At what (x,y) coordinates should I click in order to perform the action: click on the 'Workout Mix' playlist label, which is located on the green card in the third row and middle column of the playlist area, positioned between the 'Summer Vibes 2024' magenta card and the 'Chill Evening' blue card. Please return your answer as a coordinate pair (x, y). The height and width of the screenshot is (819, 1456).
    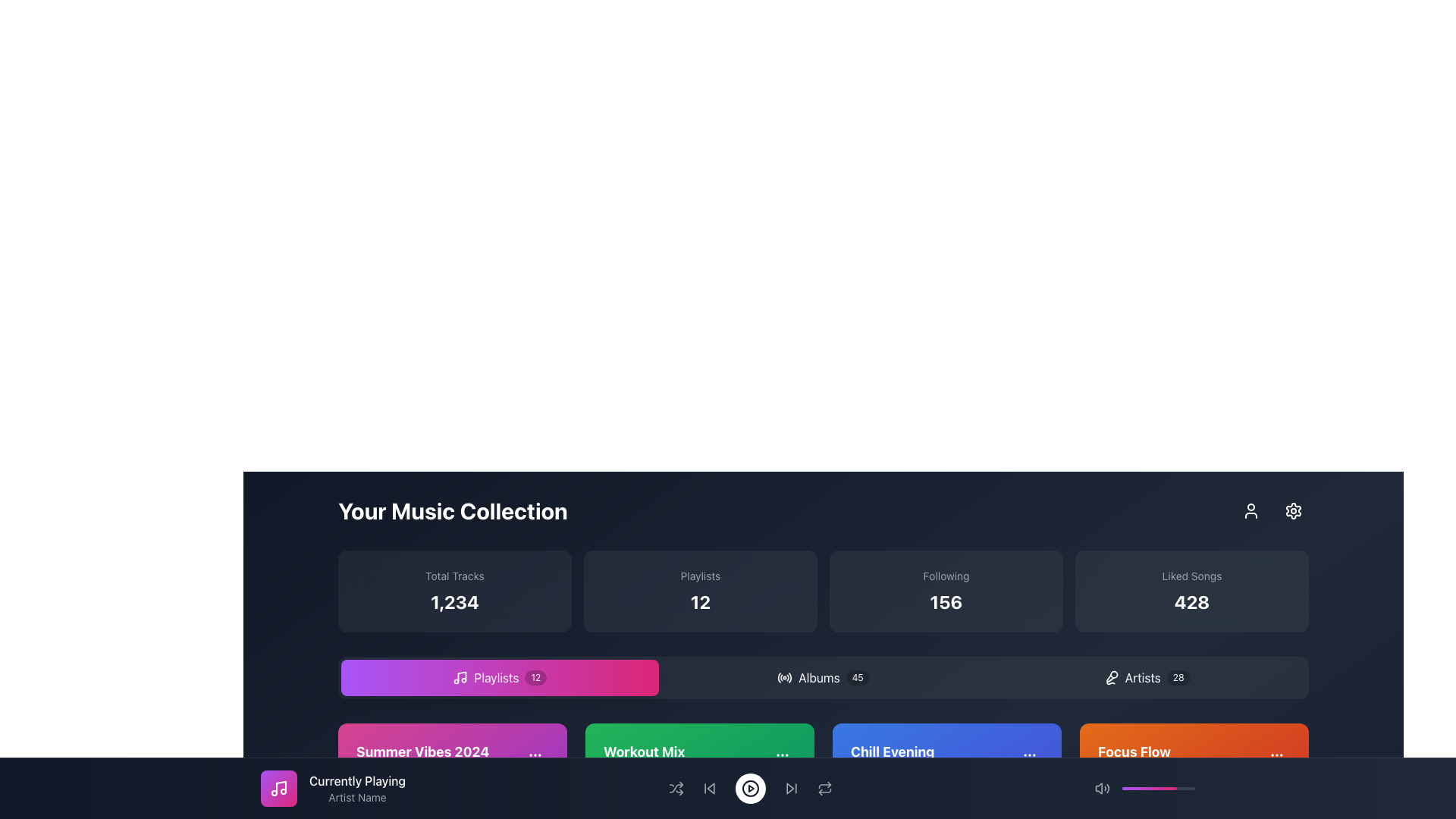
    Looking at the image, I should click on (644, 761).